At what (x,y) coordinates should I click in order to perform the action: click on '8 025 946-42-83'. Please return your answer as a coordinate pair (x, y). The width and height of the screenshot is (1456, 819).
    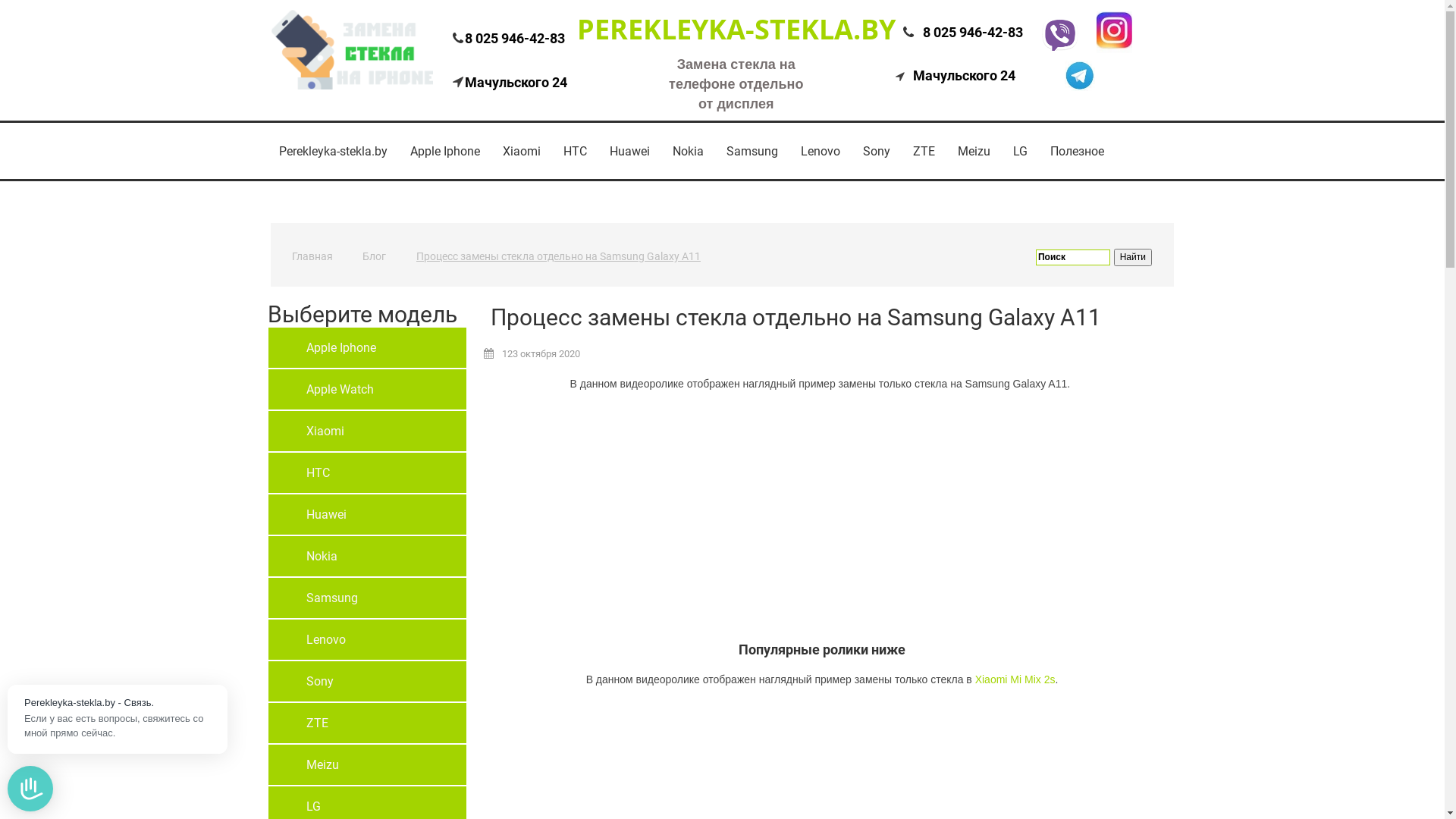
    Looking at the image, I should click on (972, 32).